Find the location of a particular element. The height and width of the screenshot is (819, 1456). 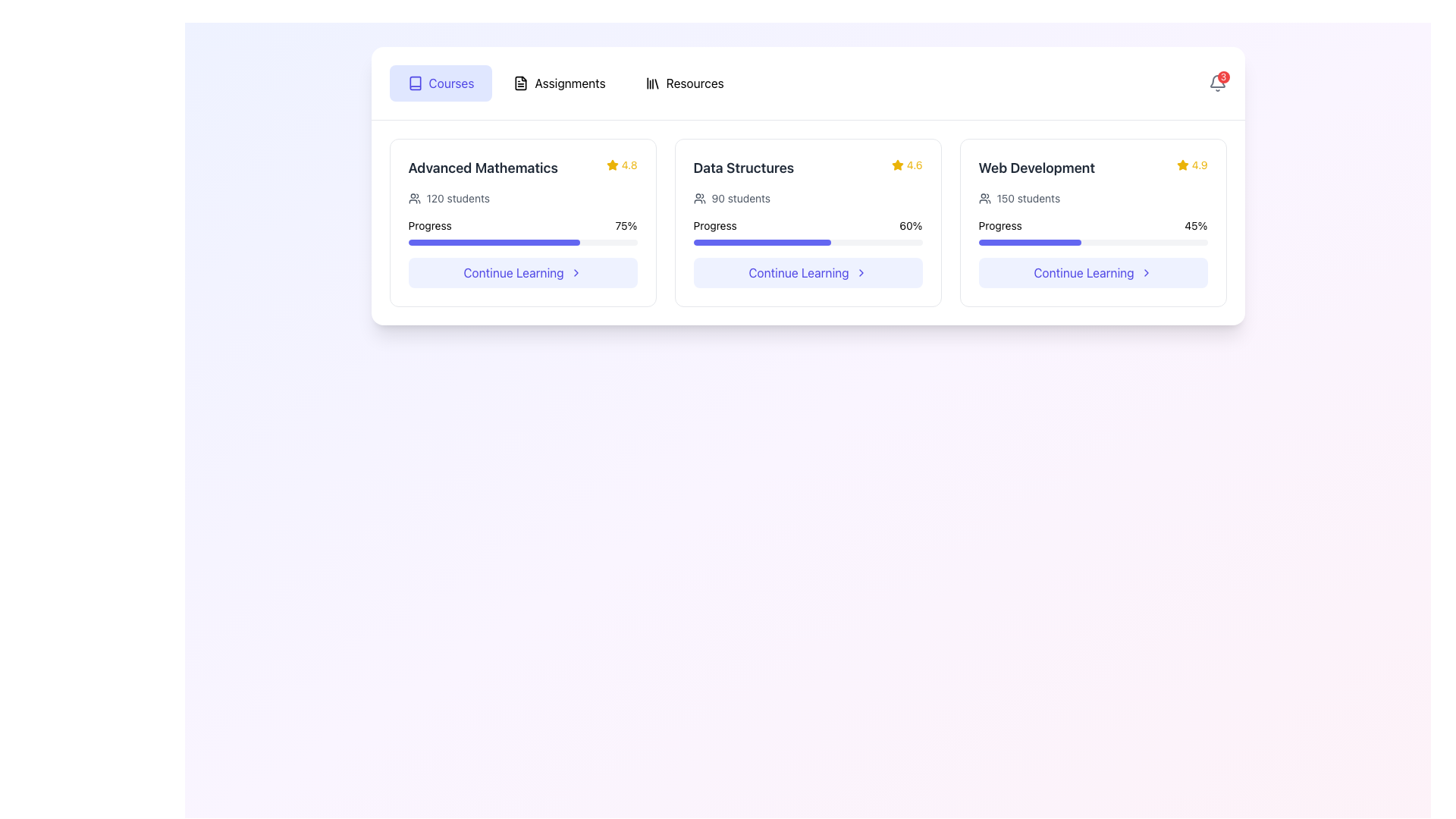

the Information Display Component that shows the progress of the Web Development course, located centrally within the third card of the course row is located at coordinates (1093, 218).